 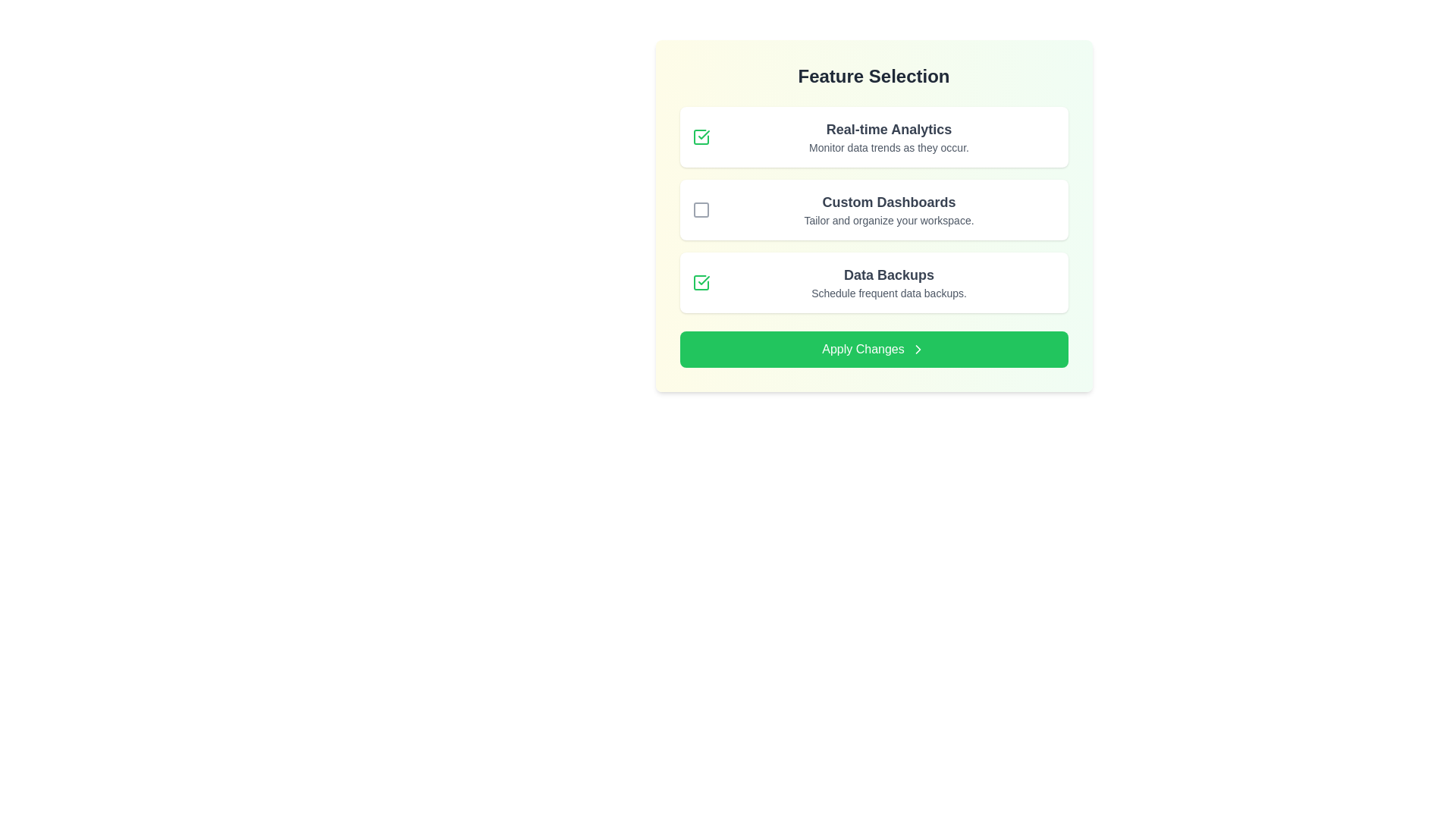 What do you see at coordinates (700, 210) in the screenshot?
I see `the checkbox with a gray outline located to the left of the 'Custom Dashboards' text in the second row of the 'Feature Selection' list` at bounding box center [700, 210].